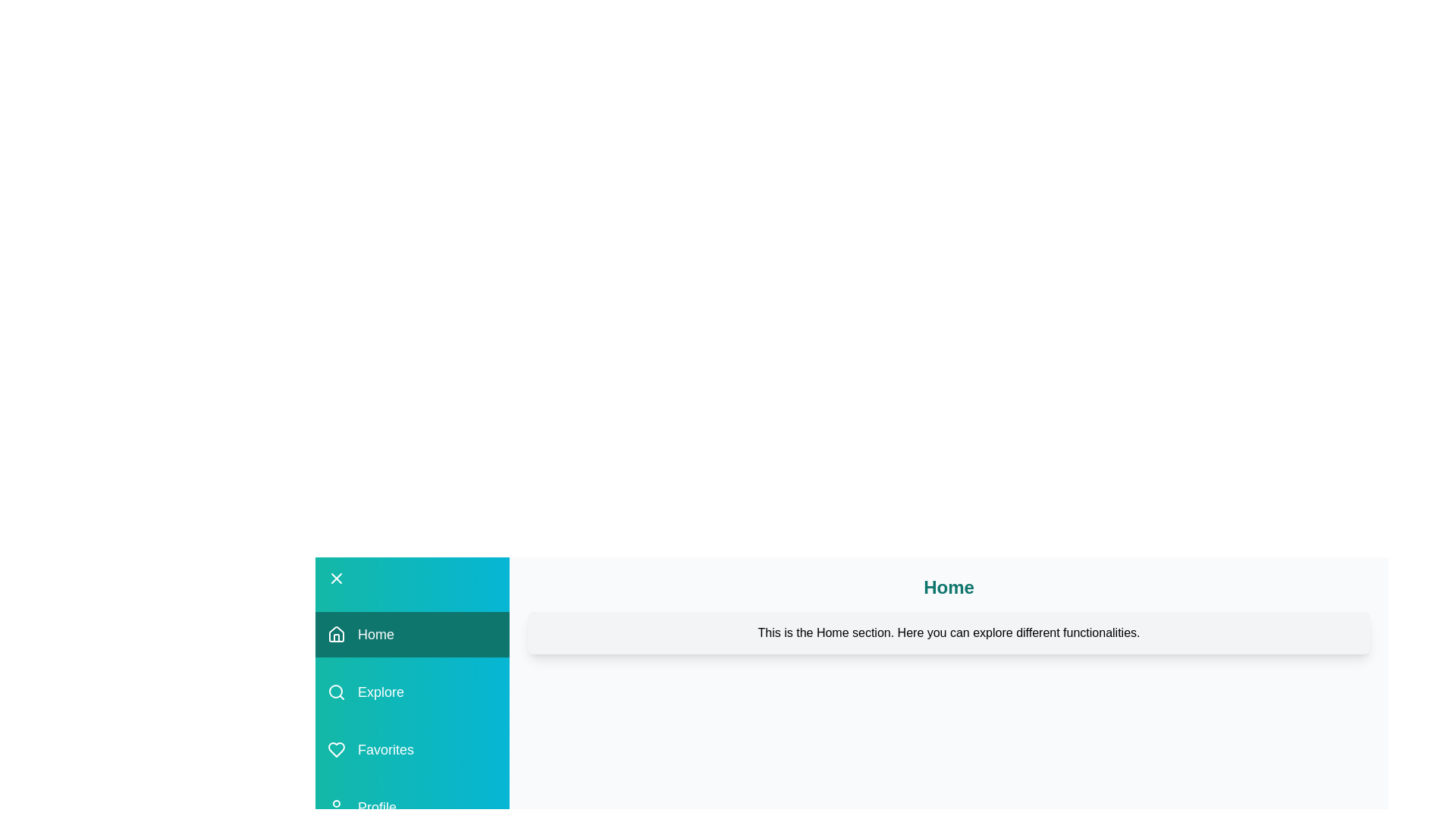 This screenshot has width=1456, height=819. I want to click on the toggle button to close the drawer, so click(412, 579).